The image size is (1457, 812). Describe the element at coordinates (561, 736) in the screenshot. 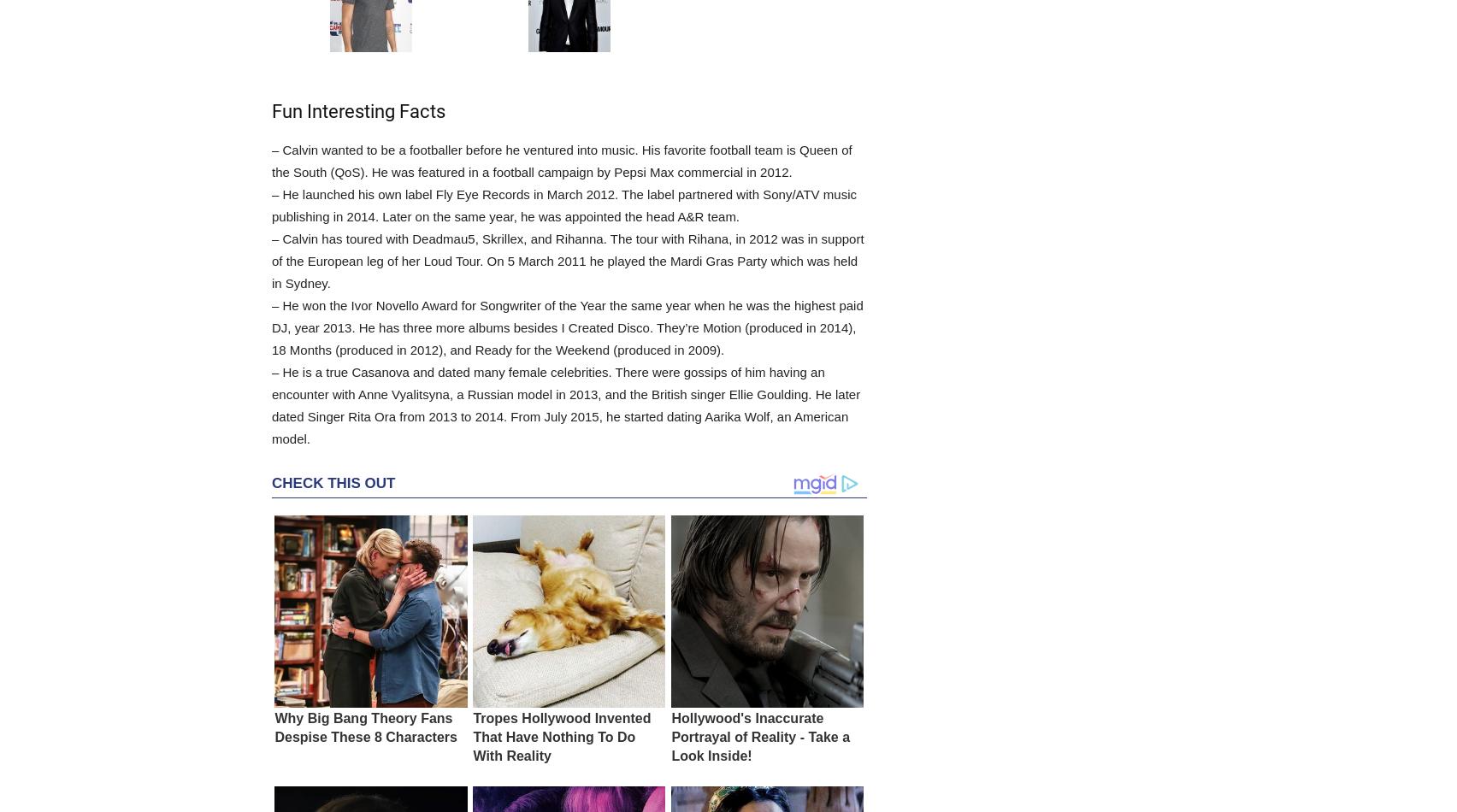

I see `'Tropes Hollywood Invented That Have Nothing To Do With Reality'` at that location.